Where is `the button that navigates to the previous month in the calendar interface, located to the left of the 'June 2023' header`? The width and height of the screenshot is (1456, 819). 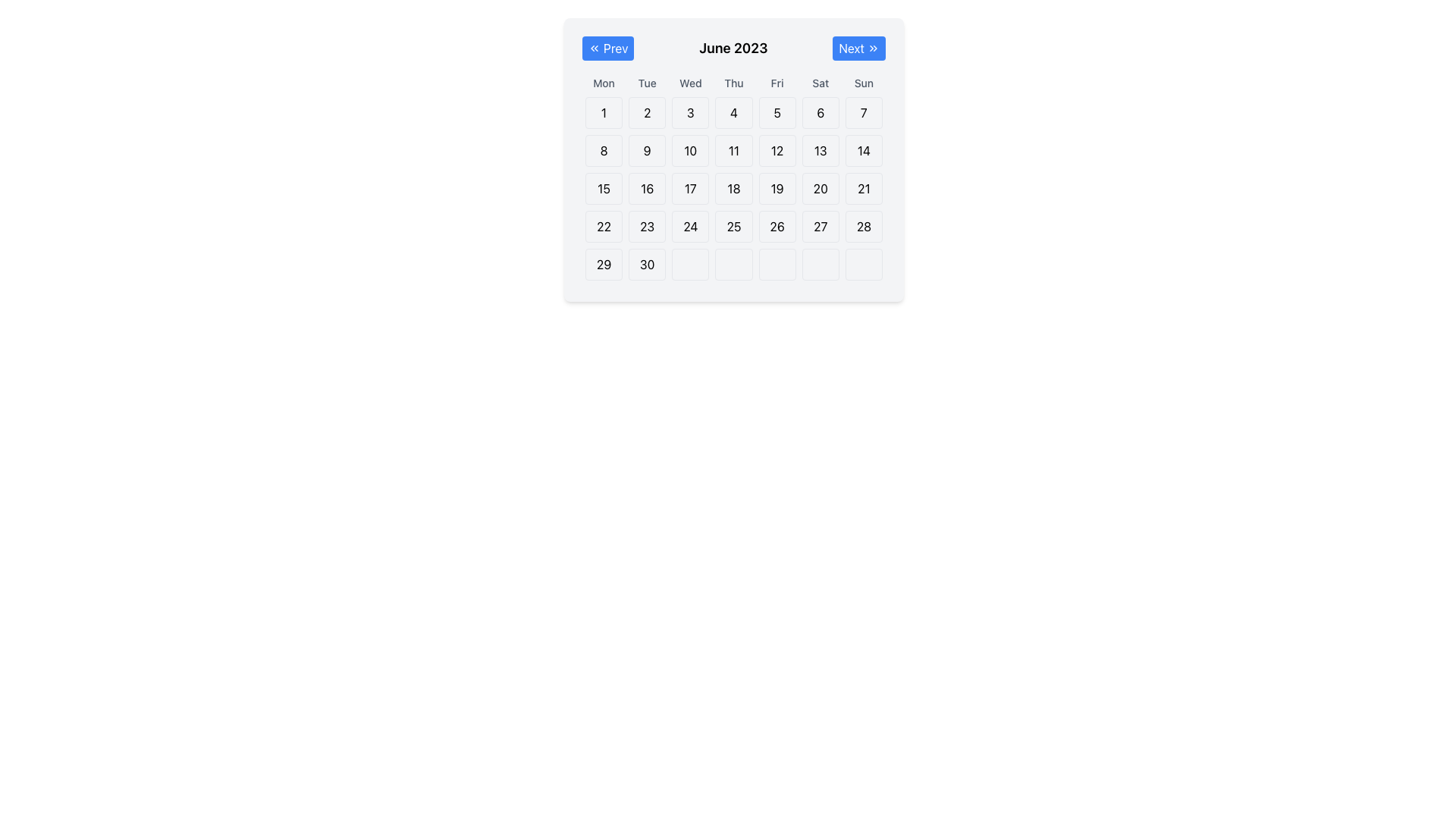
the button that navigates to the previous month in the calendar interface, located to the left of the 'June 2023' header is located at coordinates (608, 48).